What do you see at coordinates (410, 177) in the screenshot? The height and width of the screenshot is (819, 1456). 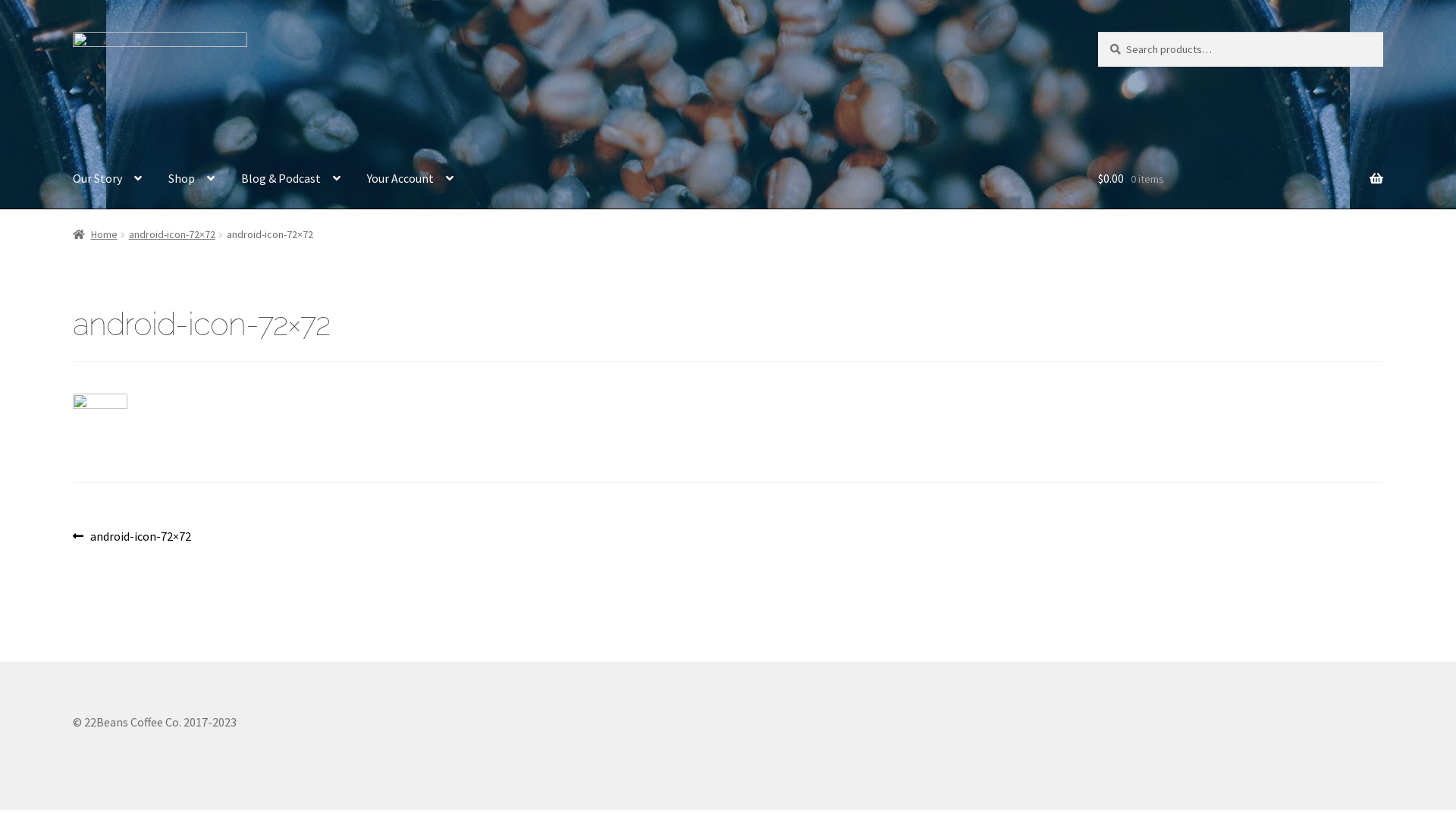 I see `'Your Account'` at bounding box center [410, 177].